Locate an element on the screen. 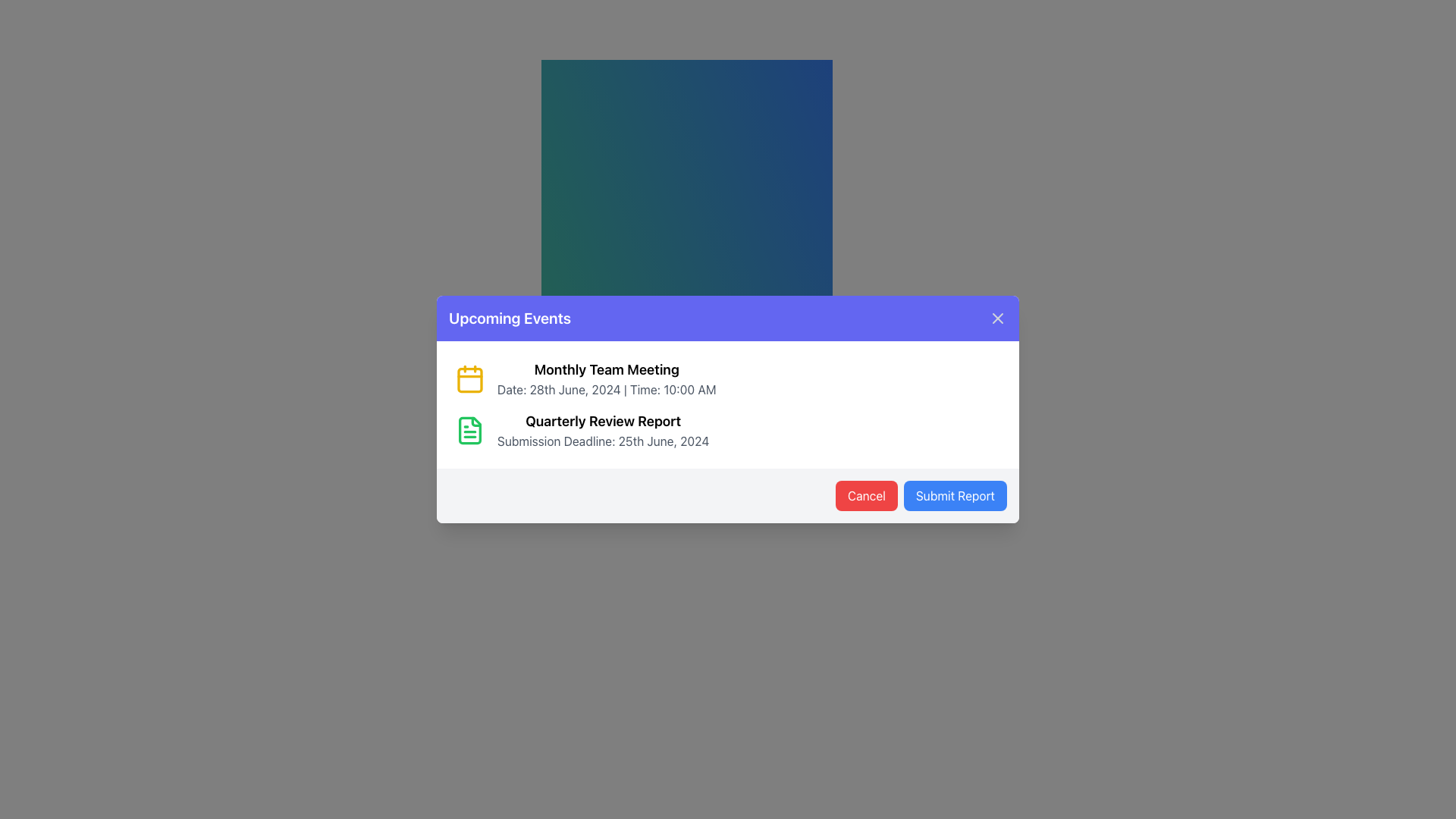  the informational text label that indicates the scheduled date and time for the Monthly Team Meeting, which is located below the 'Monthly Team Meeting' text is located at coordinates (607, 388).